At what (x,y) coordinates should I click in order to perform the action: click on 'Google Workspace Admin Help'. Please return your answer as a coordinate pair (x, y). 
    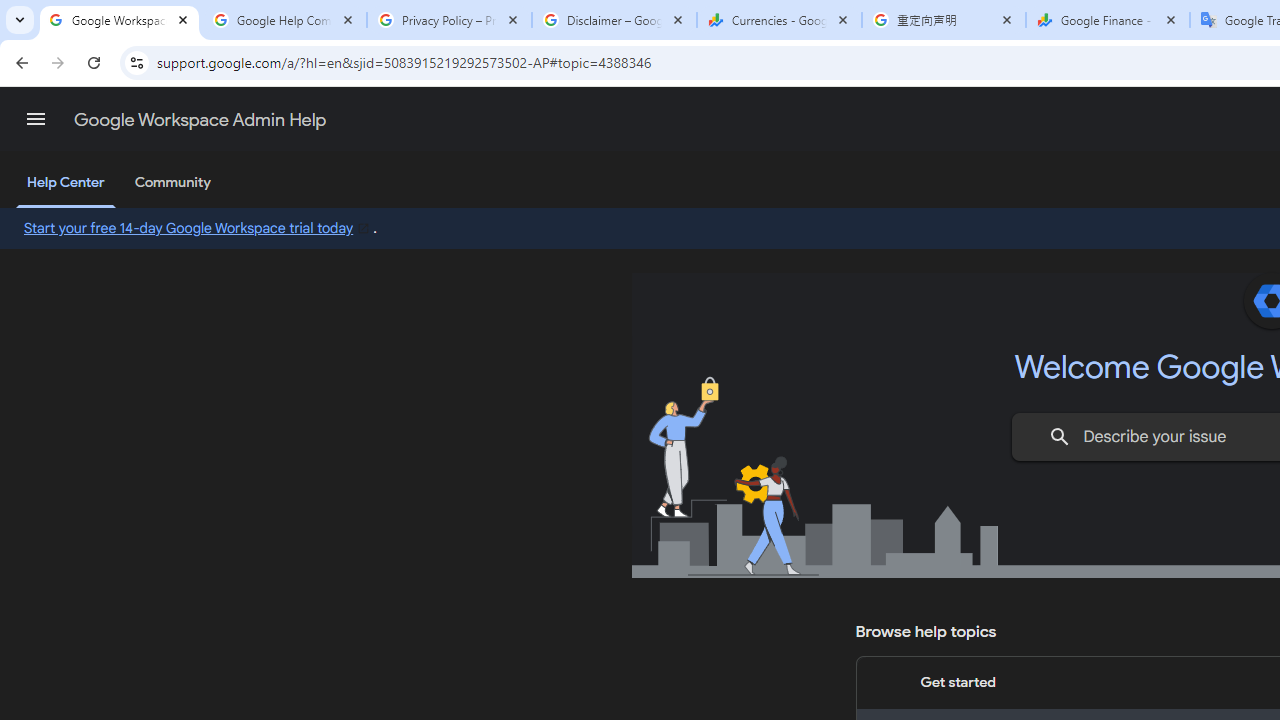
    Looking at the image, I should click on (118, 20).